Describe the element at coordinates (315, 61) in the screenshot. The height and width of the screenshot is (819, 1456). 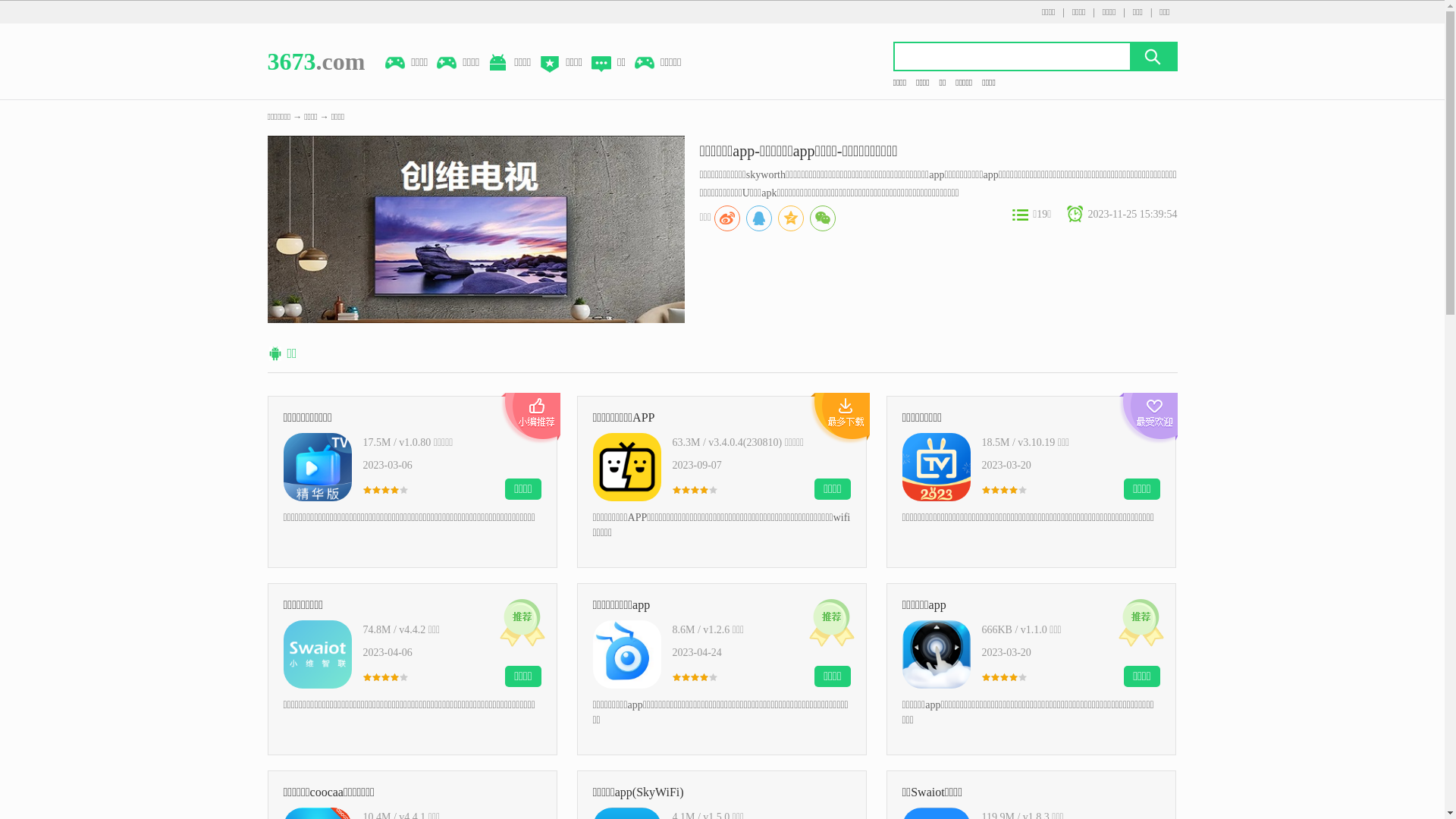
I see `'3673.com'` at that location.